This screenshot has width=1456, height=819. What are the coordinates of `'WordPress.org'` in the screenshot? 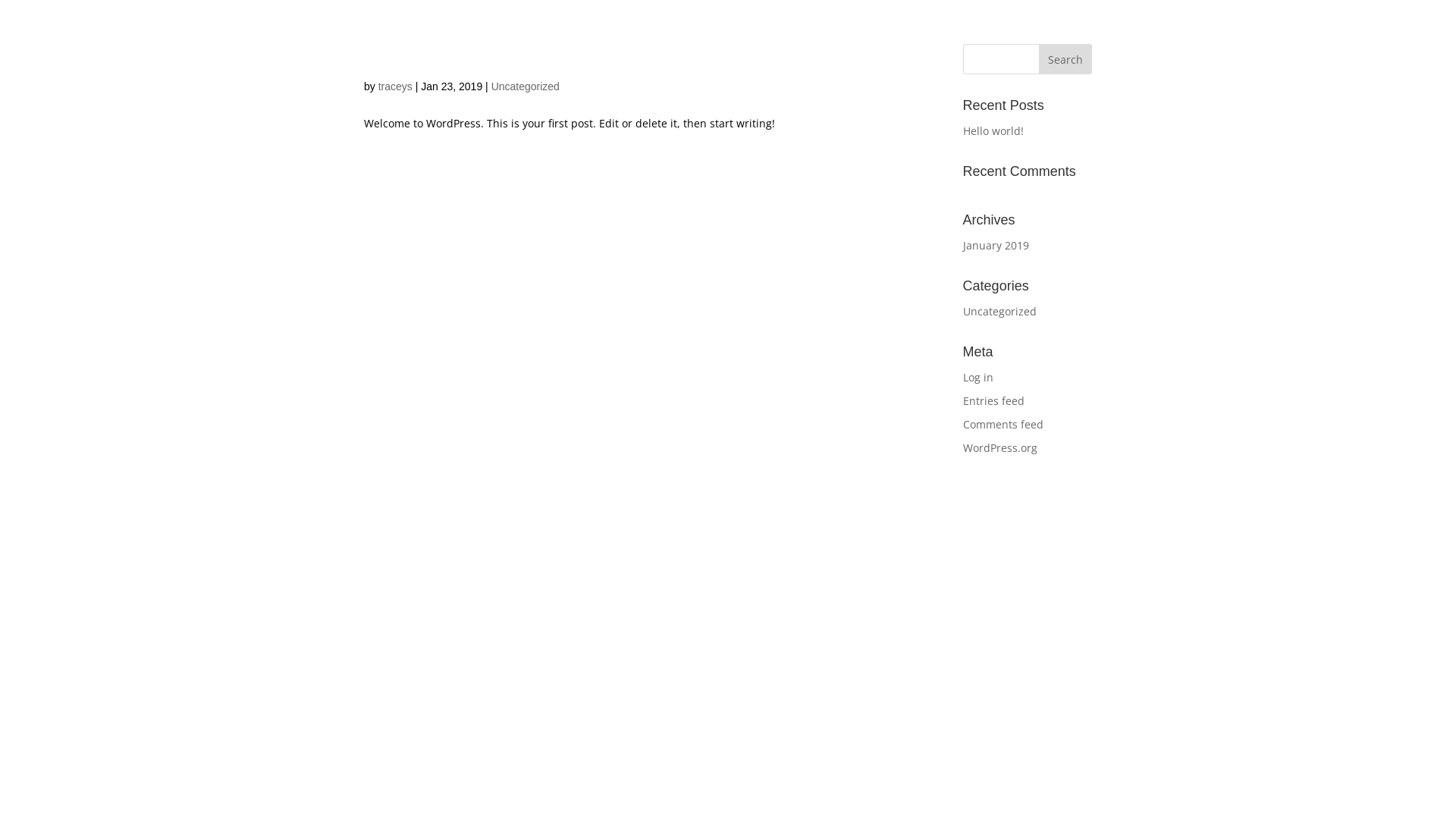 It's located at (1000, 447).